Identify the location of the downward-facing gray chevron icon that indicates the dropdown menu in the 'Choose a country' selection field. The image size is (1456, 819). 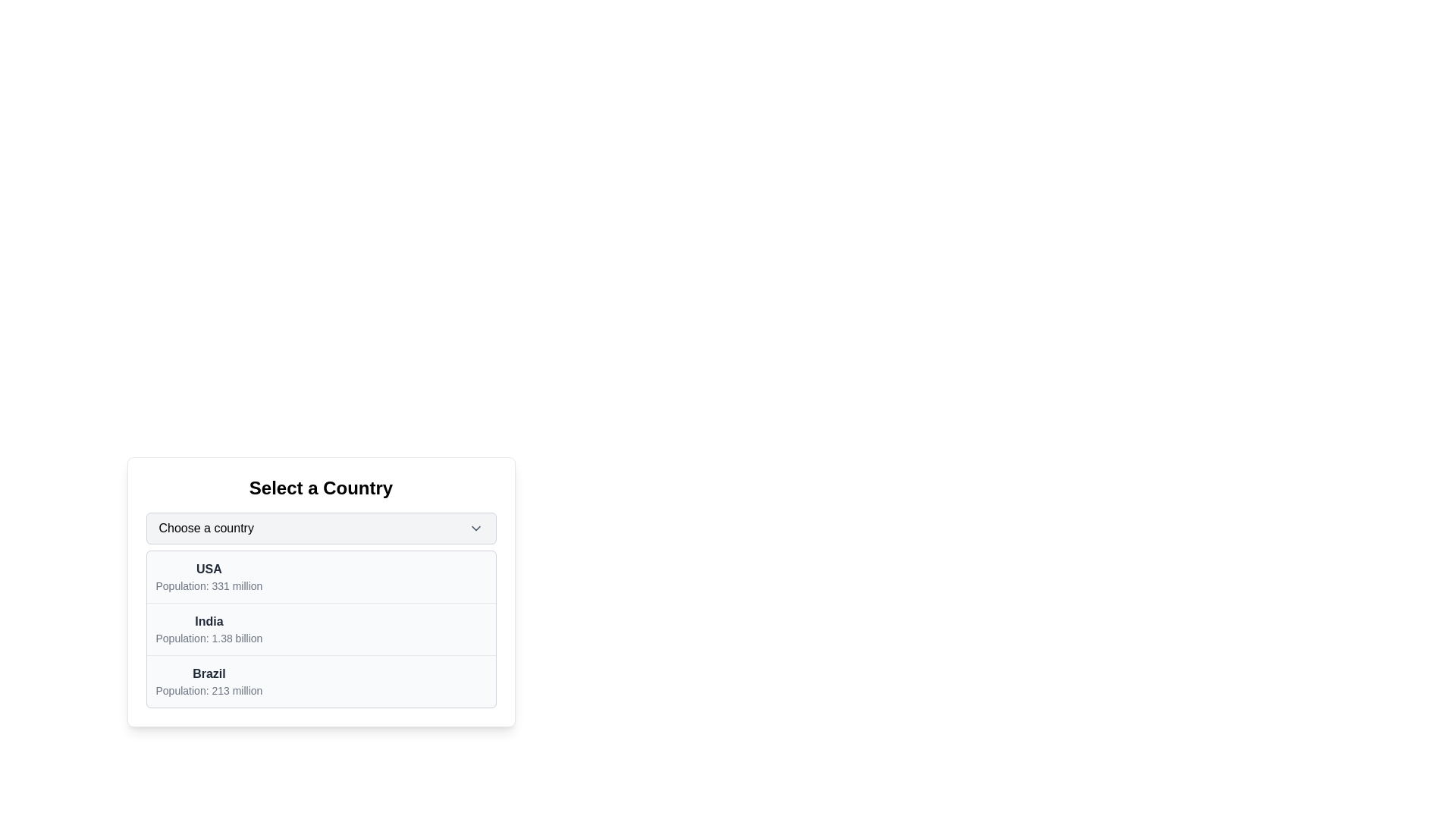
(475, 528).